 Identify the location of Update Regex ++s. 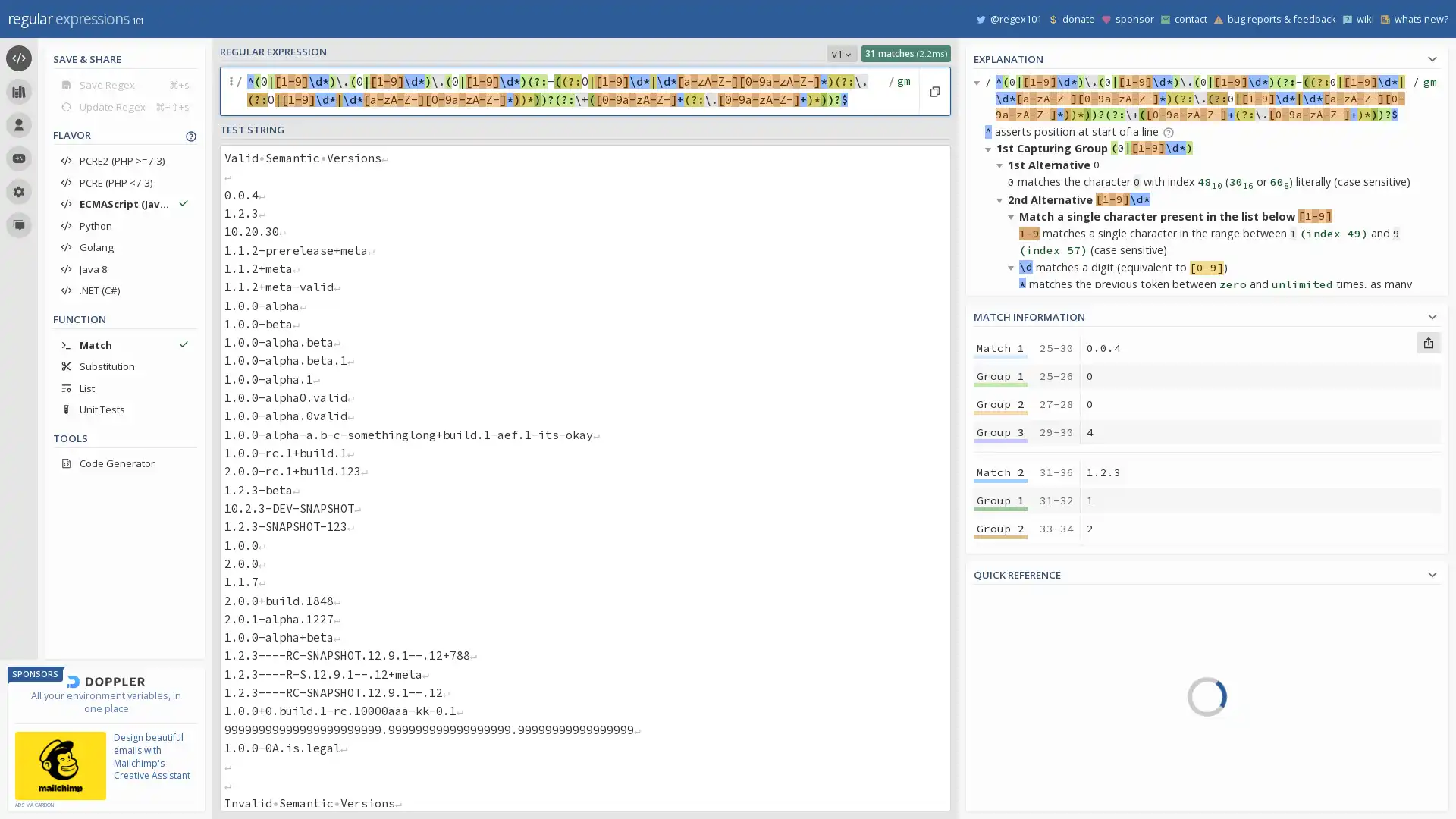
(124, 105).